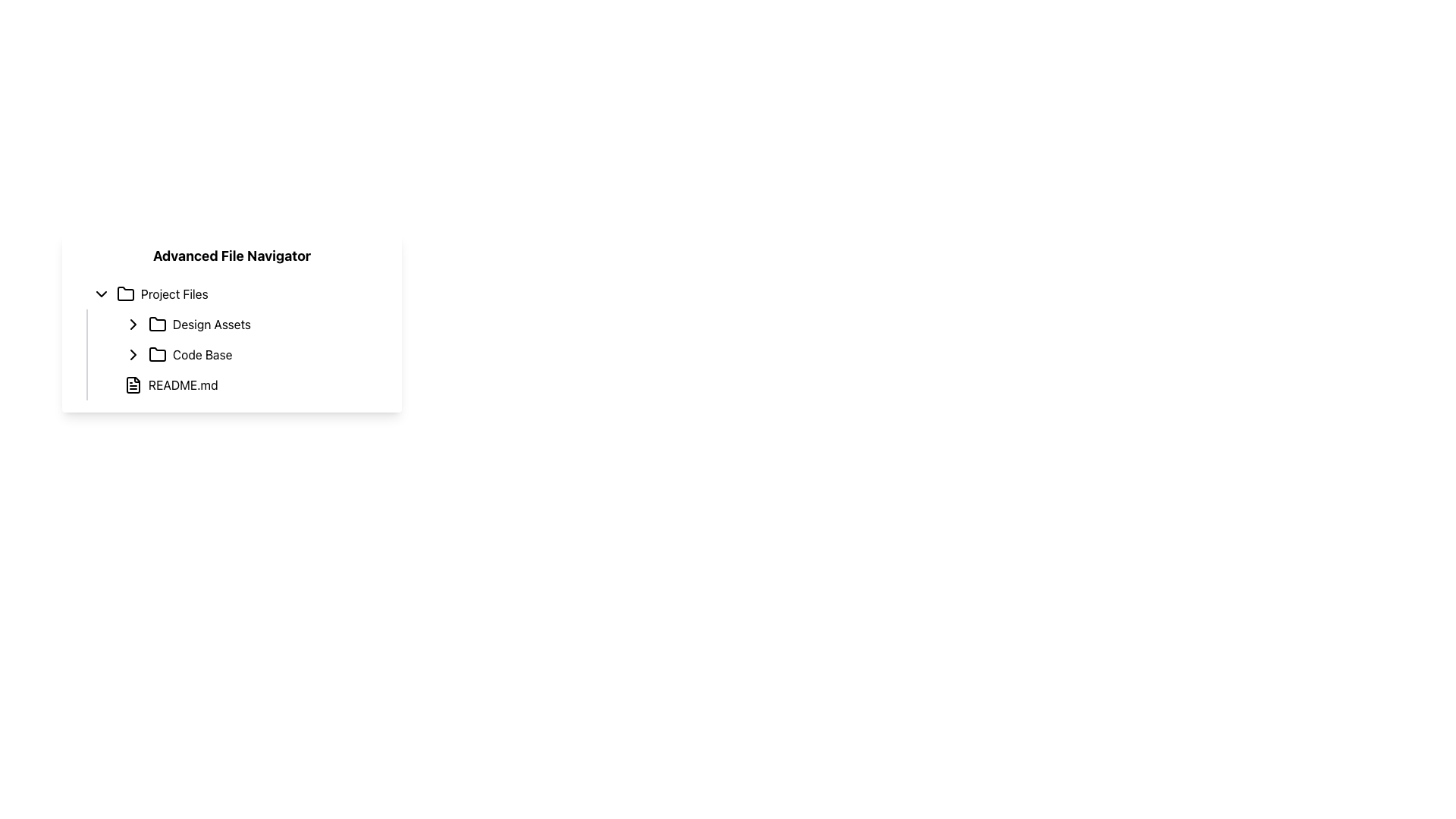  Describe the element at coordinates (133, 384) in the screenshot. I see `the document icon beside the text 'README.md' in the 'Advanced File Navigator' module` at that location.